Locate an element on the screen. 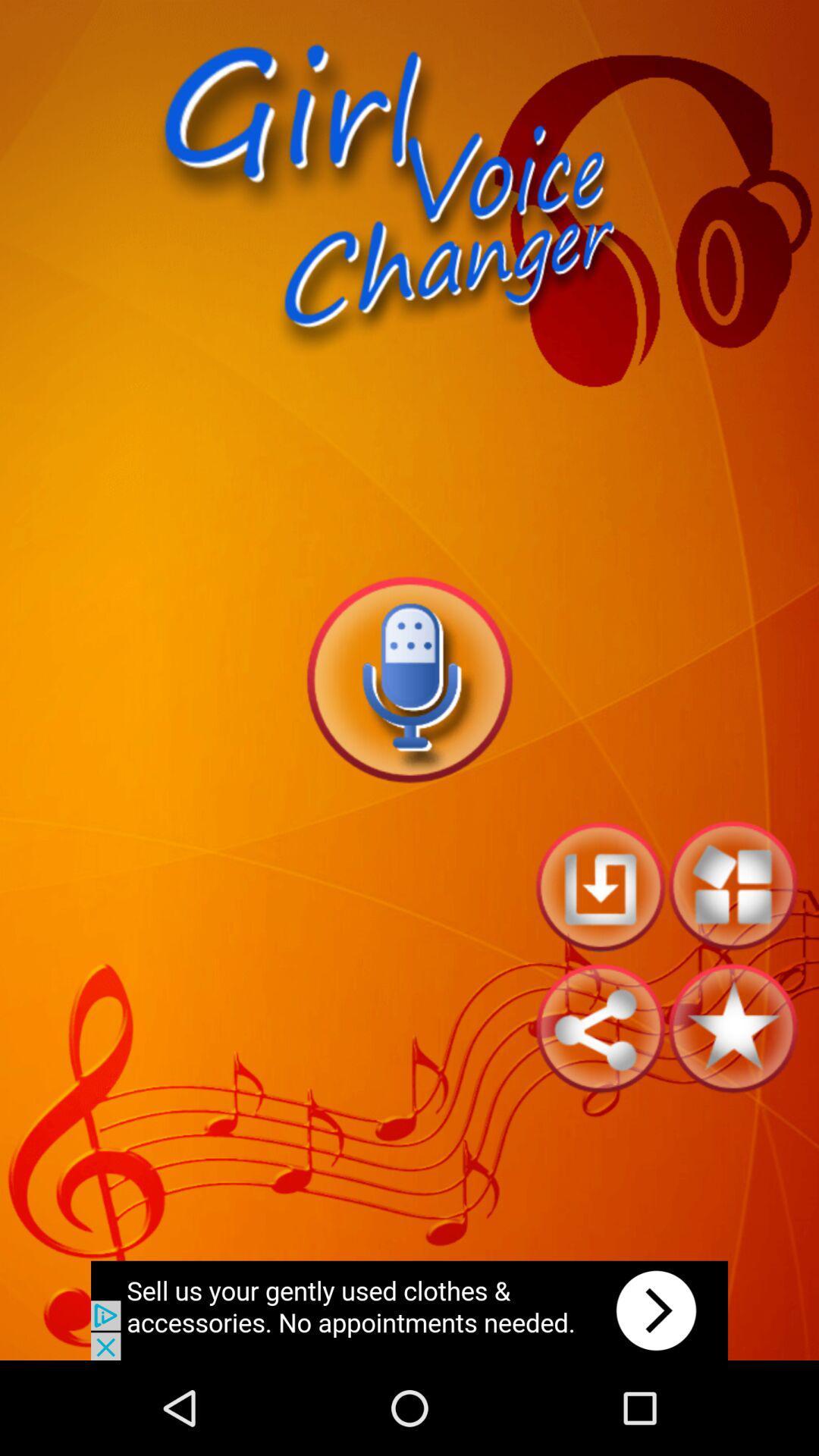 This screenshot has width=819, height=1456. switch to share is located at coordinates (599, 1028).